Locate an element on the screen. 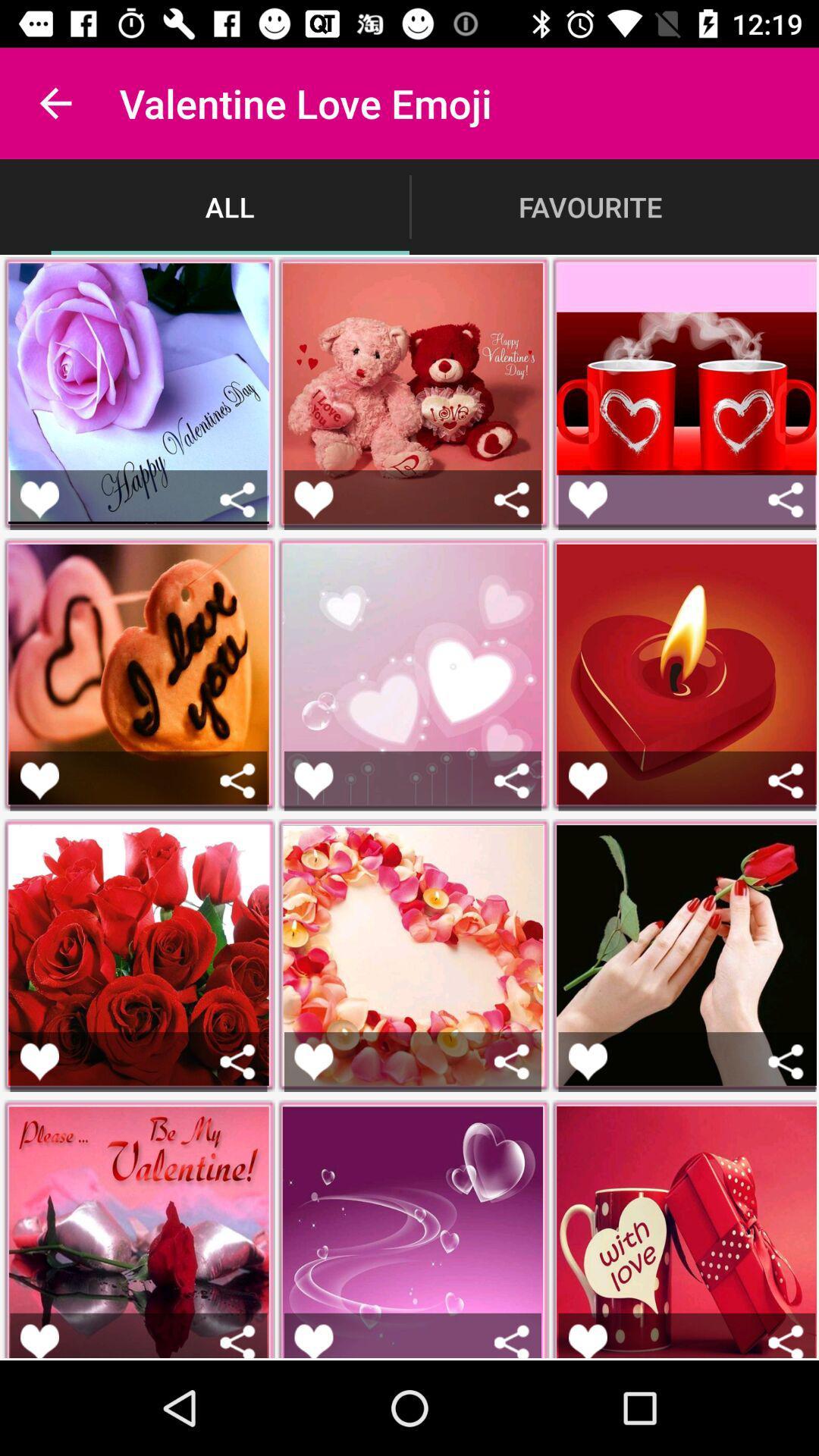 The image size is (819, 1456). it as favourite is located at coordinates (312, 1341).